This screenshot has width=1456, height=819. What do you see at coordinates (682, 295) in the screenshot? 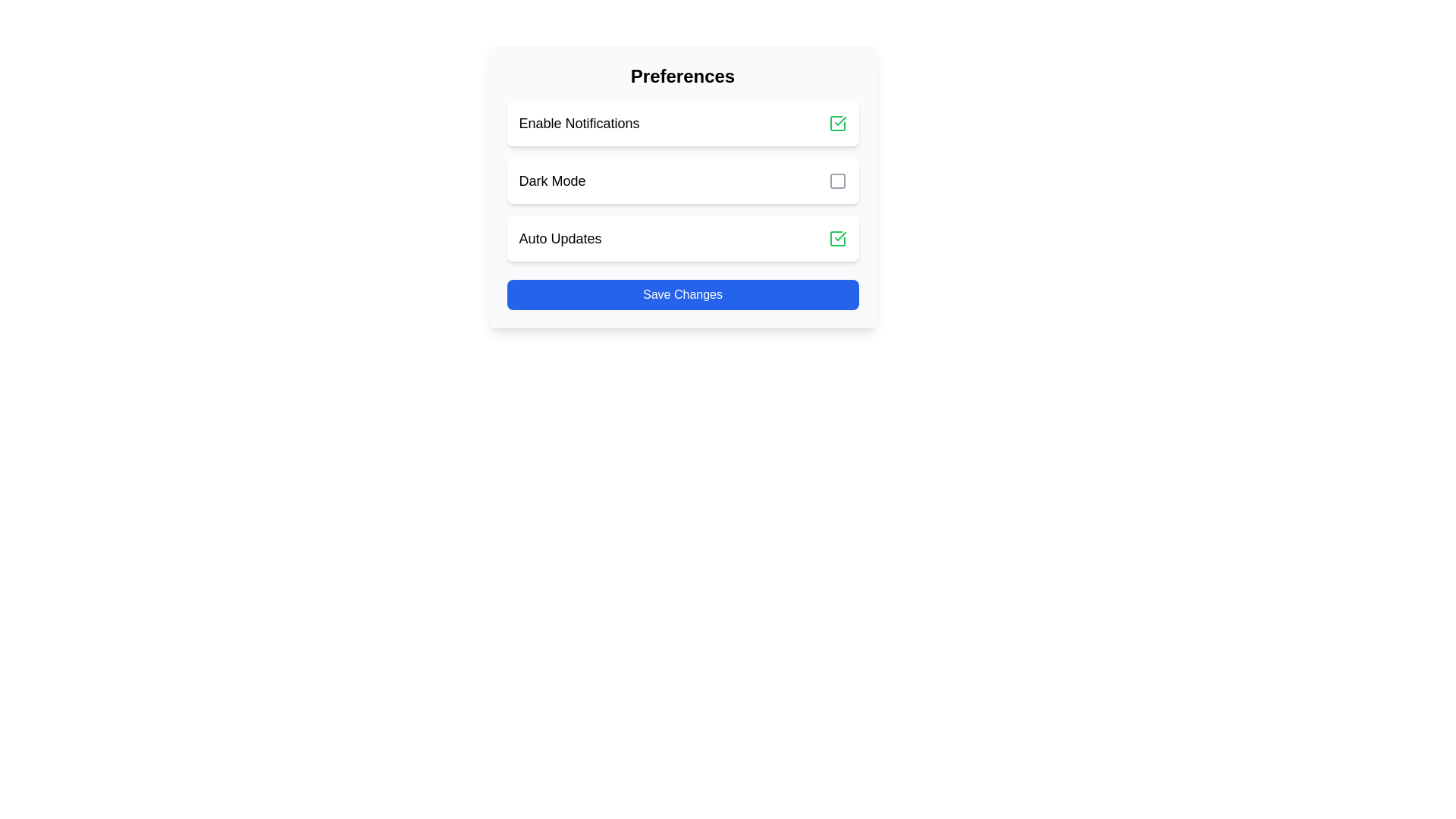
I see `the blue rectangular 'Save Changes' button at the bottom of the preferences form to trigger the hover effect` at bounding box center [682, 295].